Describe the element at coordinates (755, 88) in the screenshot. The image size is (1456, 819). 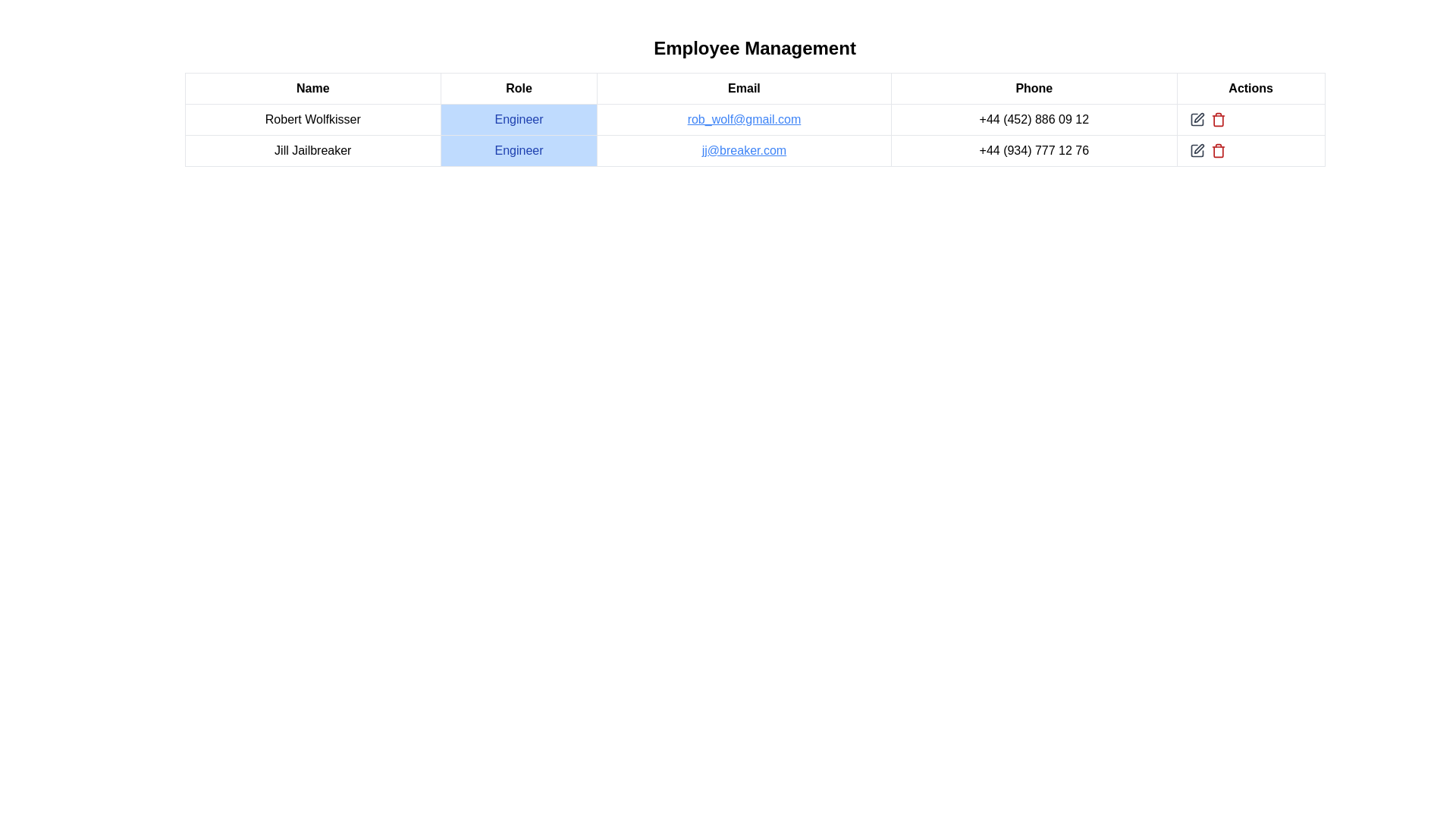
I see `the header row of the data table to sort the data by the selected column` at that location.